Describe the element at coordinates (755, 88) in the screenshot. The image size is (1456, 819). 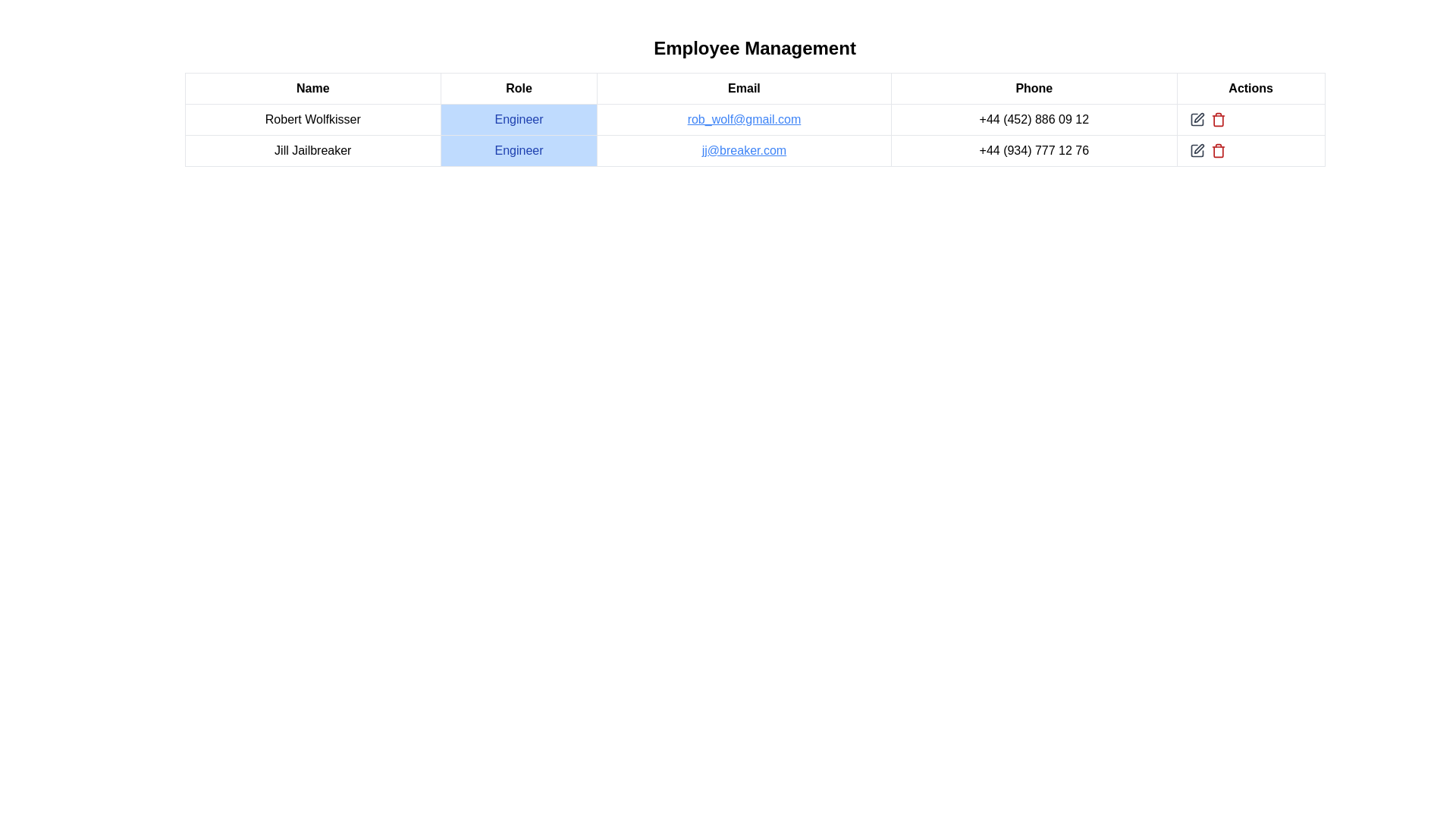
I see `the header row of the data table to sort the data by the selected column` at that location.